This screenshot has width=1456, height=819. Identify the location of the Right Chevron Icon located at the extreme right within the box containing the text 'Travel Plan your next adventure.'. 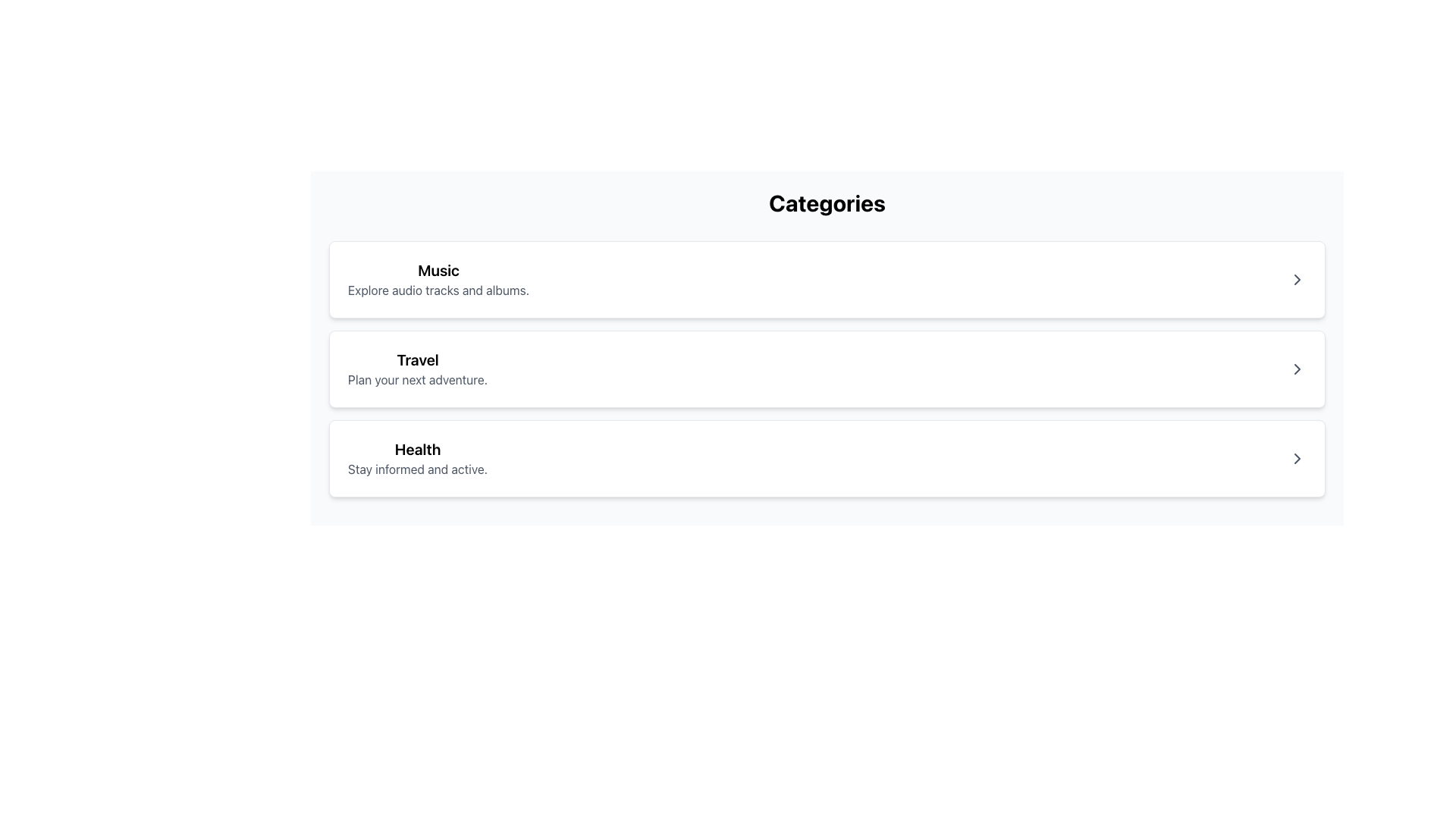
(1296, 369).